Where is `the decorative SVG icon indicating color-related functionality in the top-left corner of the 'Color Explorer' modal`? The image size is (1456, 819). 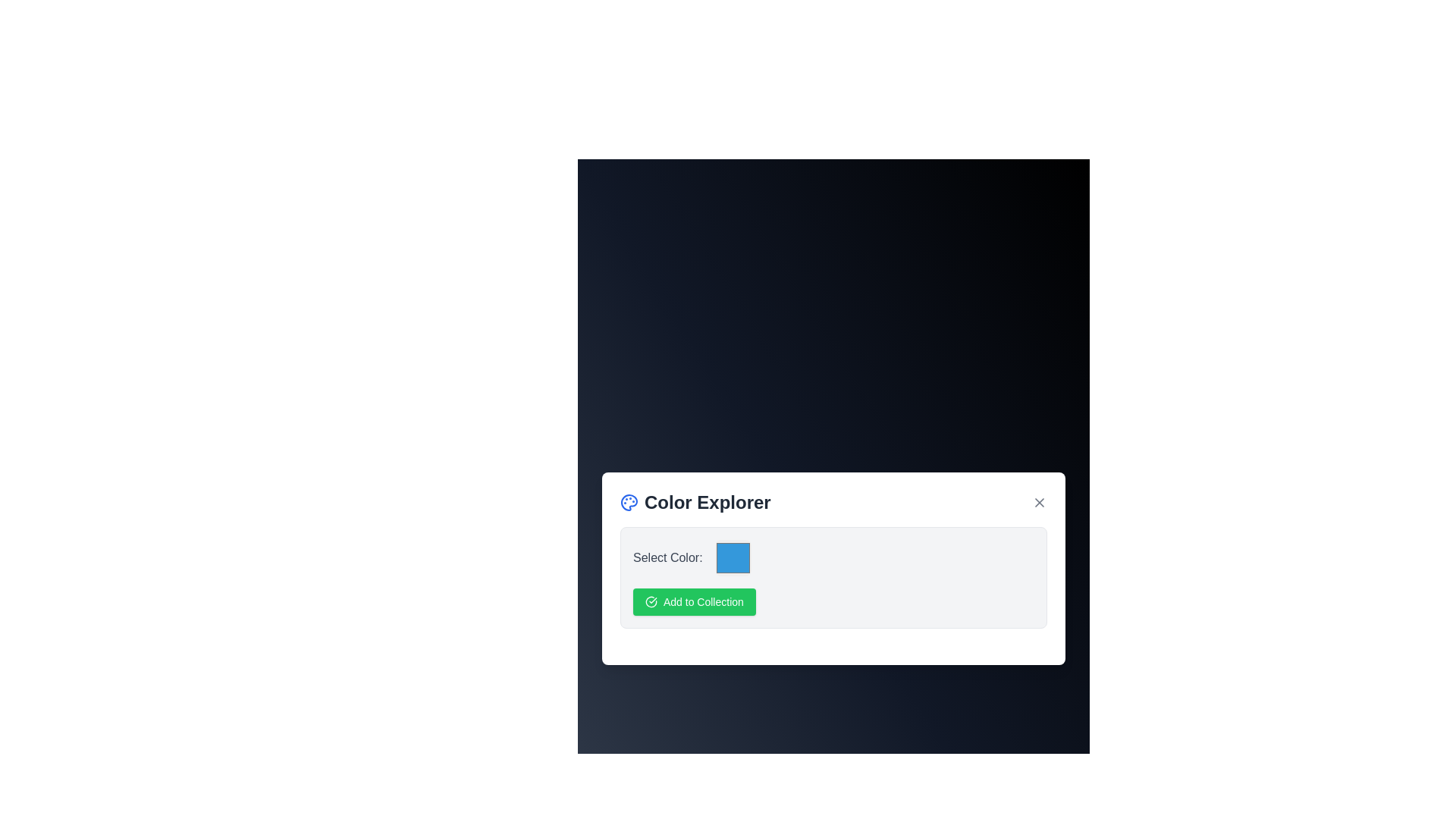 the decorative SVG icon indicating color-related functionality in the top-left corner of the 'Color Explorer' modal is located at coordinates (629, 503).